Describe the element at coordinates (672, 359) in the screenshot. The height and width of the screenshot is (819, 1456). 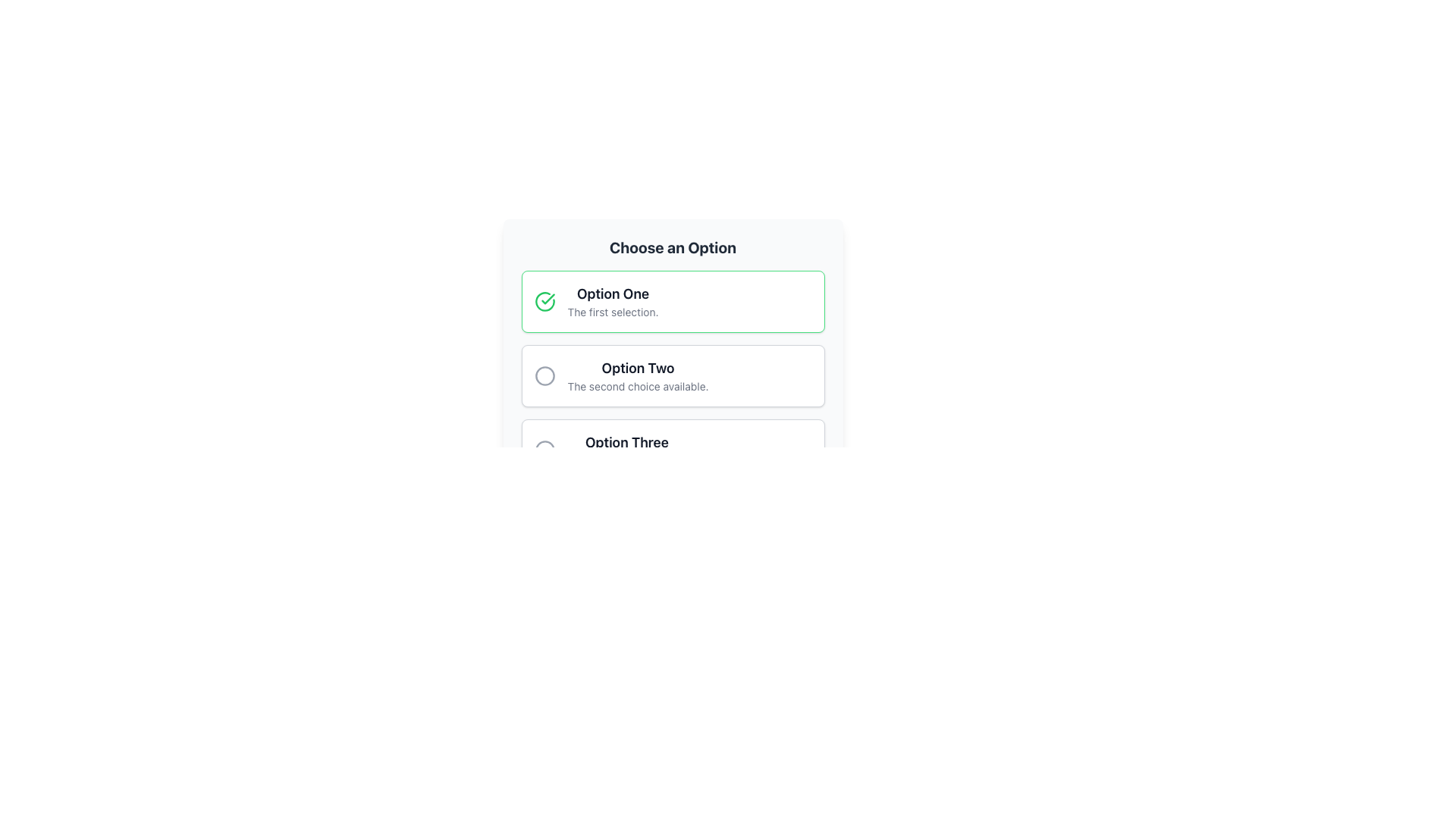
I see `the 'Option Two' button-like selectable option` at that location.